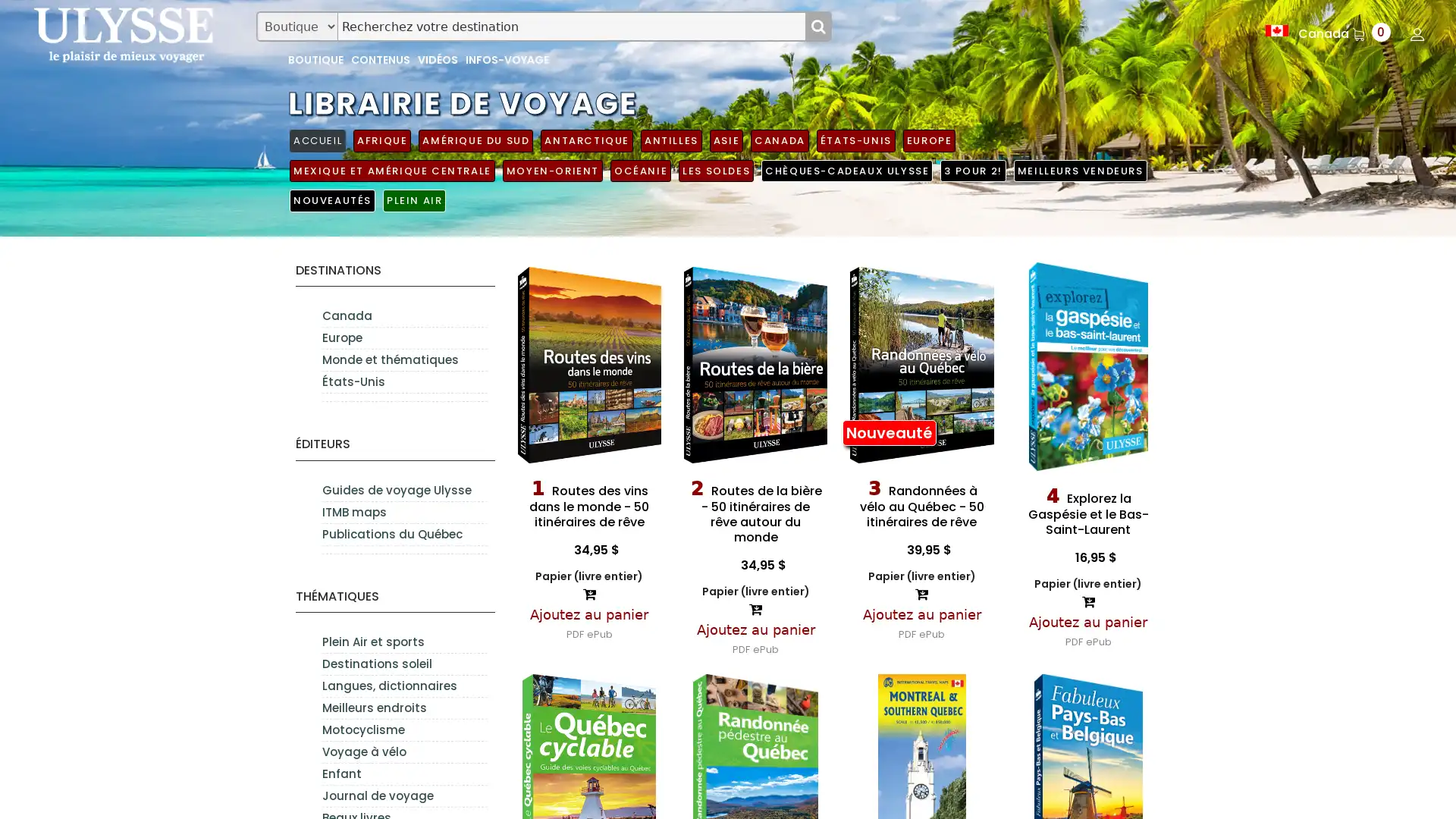 The width and height of the screenshot is (1456, 819). What do you see at coordinates (855, 140) in the screenshot?
I see `ETATS-UNIS` at bounding box center [855, 140].